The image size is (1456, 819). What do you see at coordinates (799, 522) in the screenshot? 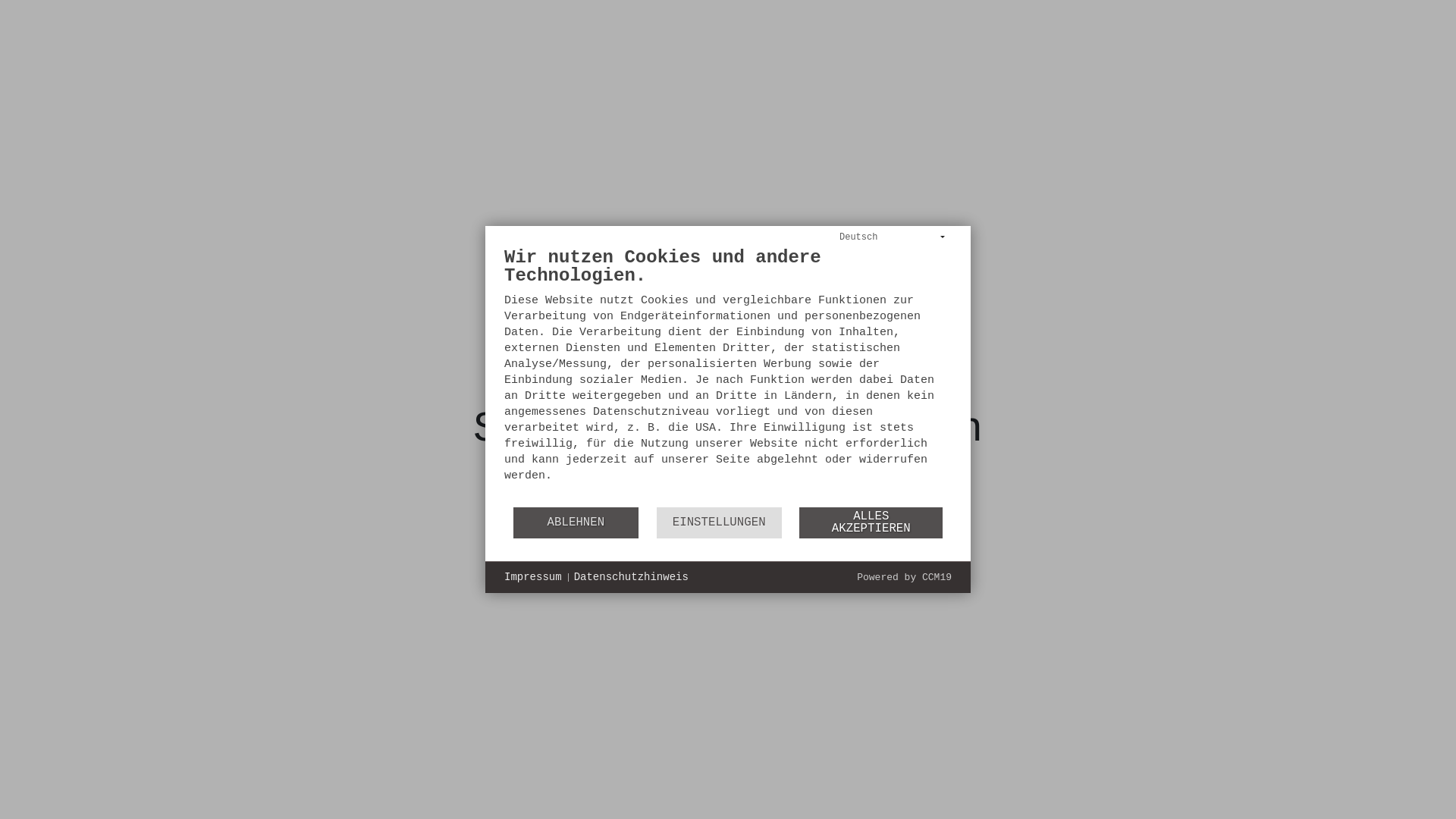
I see `'ALLES AKZEPTIEREN'` at bounding box center [799, 522].